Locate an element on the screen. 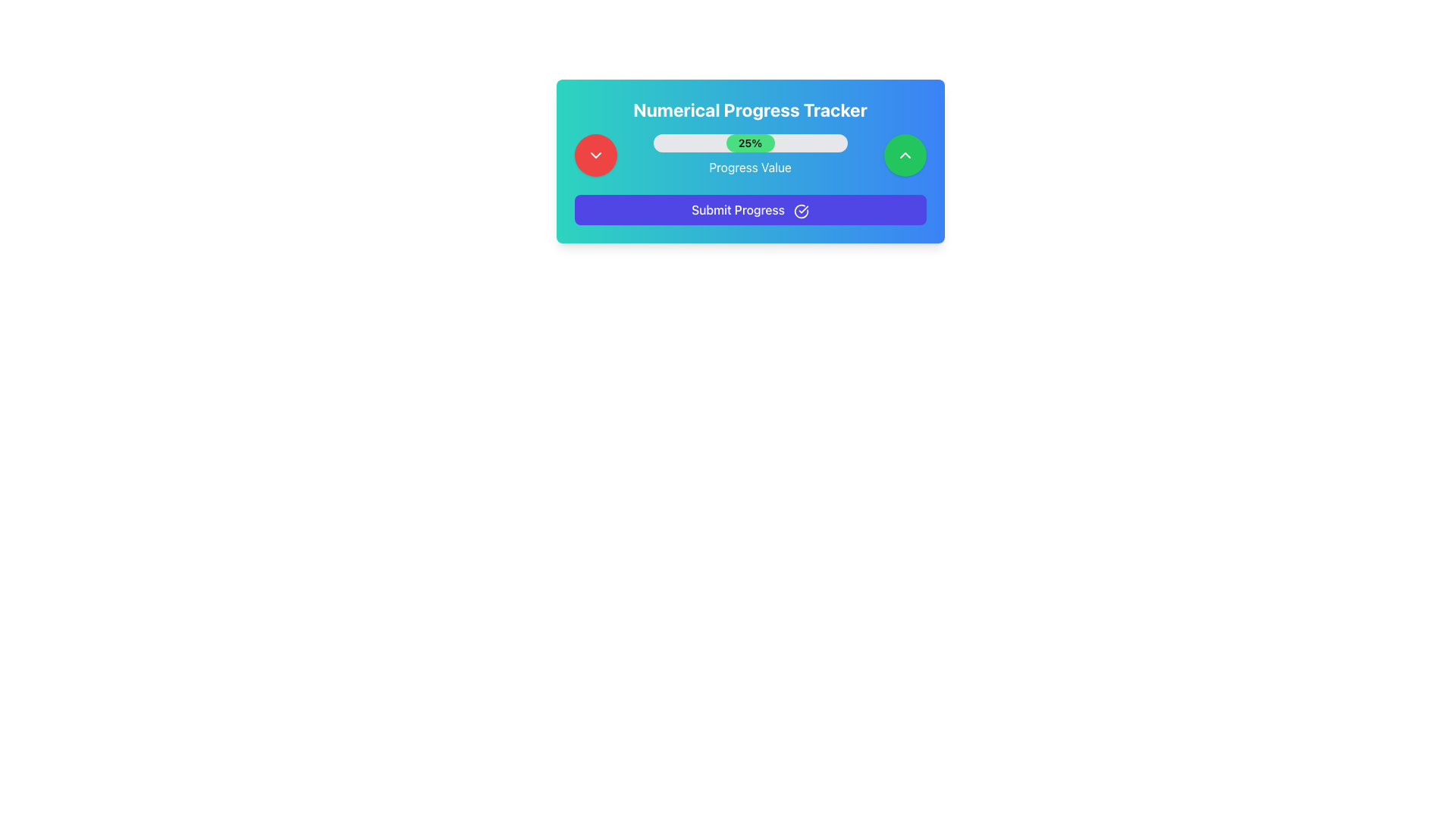  the Chevron-Up icon within the round green button located on the right side of the 'Numerical Progress Tracker' section is located at coordinates (905, 155).